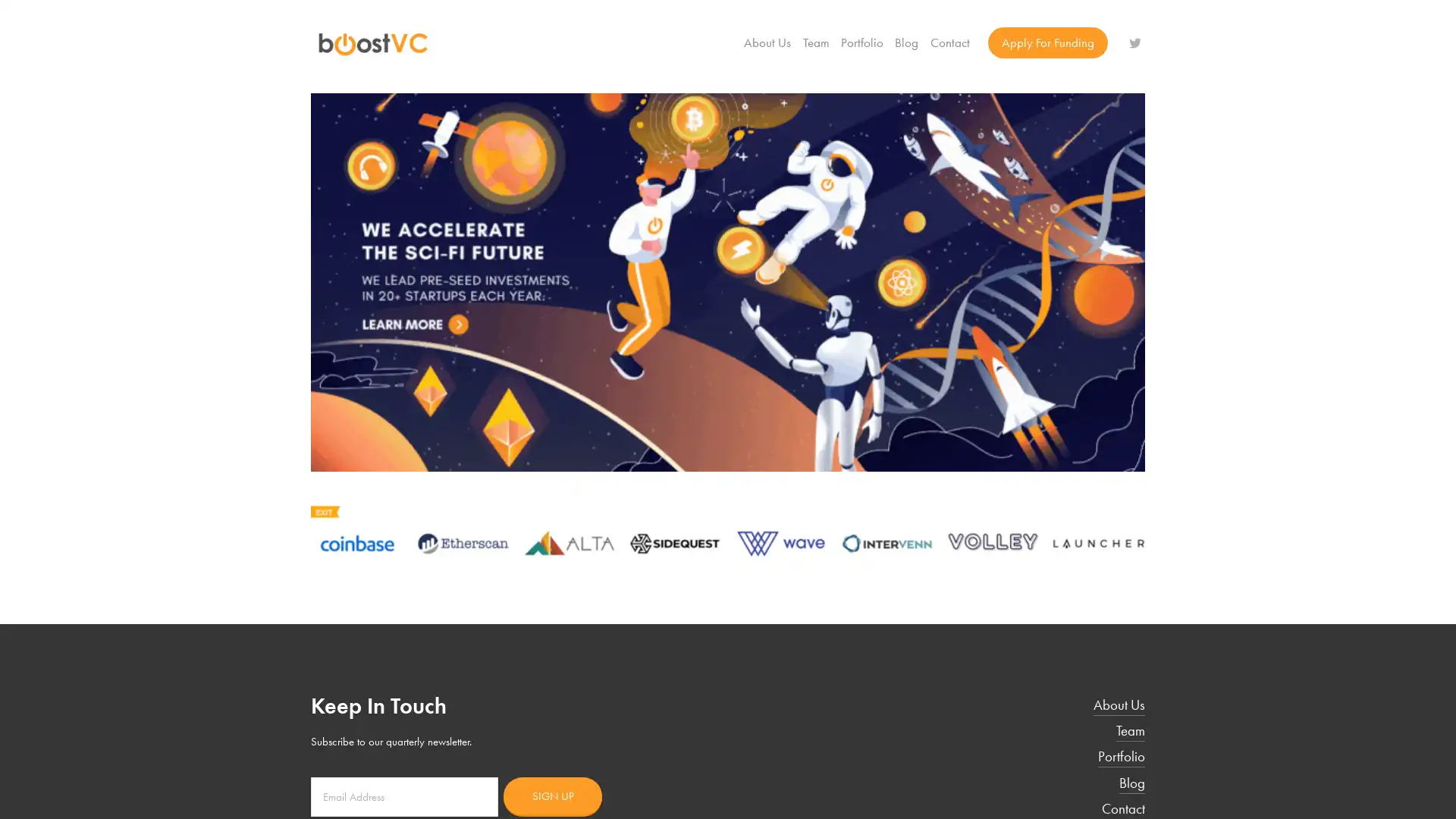 Image resolution: width=1456 pixels, height=819 pixels. Describe the element at coordinates (552, 795) in the screenshot. I see `SIGN UP` at that location.